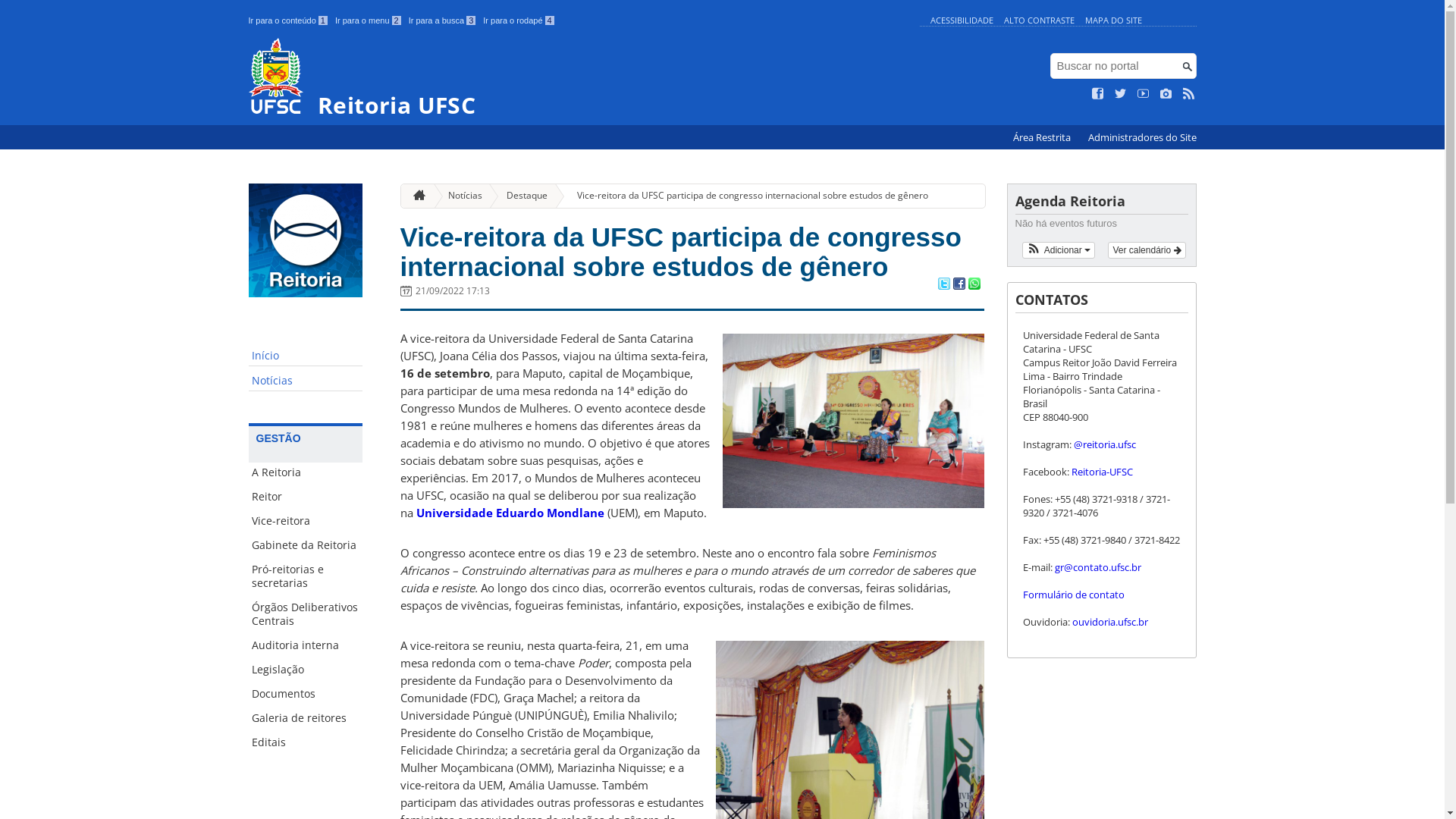 The width and height of the screenshot is (1456, 819). I want to click on '@reitoria.ufsc', so click(1073, 444).